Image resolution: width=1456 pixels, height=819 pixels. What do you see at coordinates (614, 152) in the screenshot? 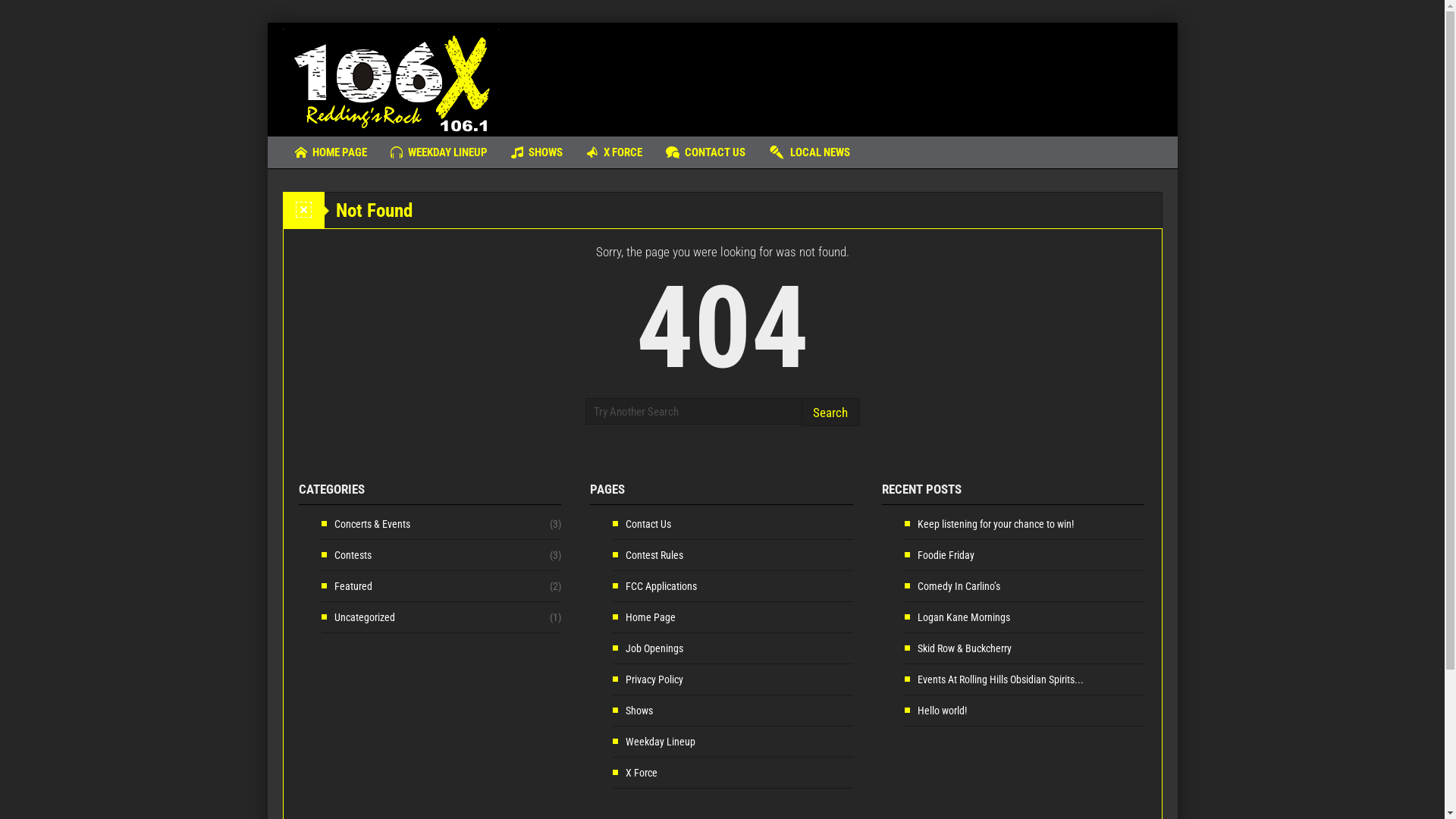
I see `'X FORCE'` at bounding box center [614, 152].